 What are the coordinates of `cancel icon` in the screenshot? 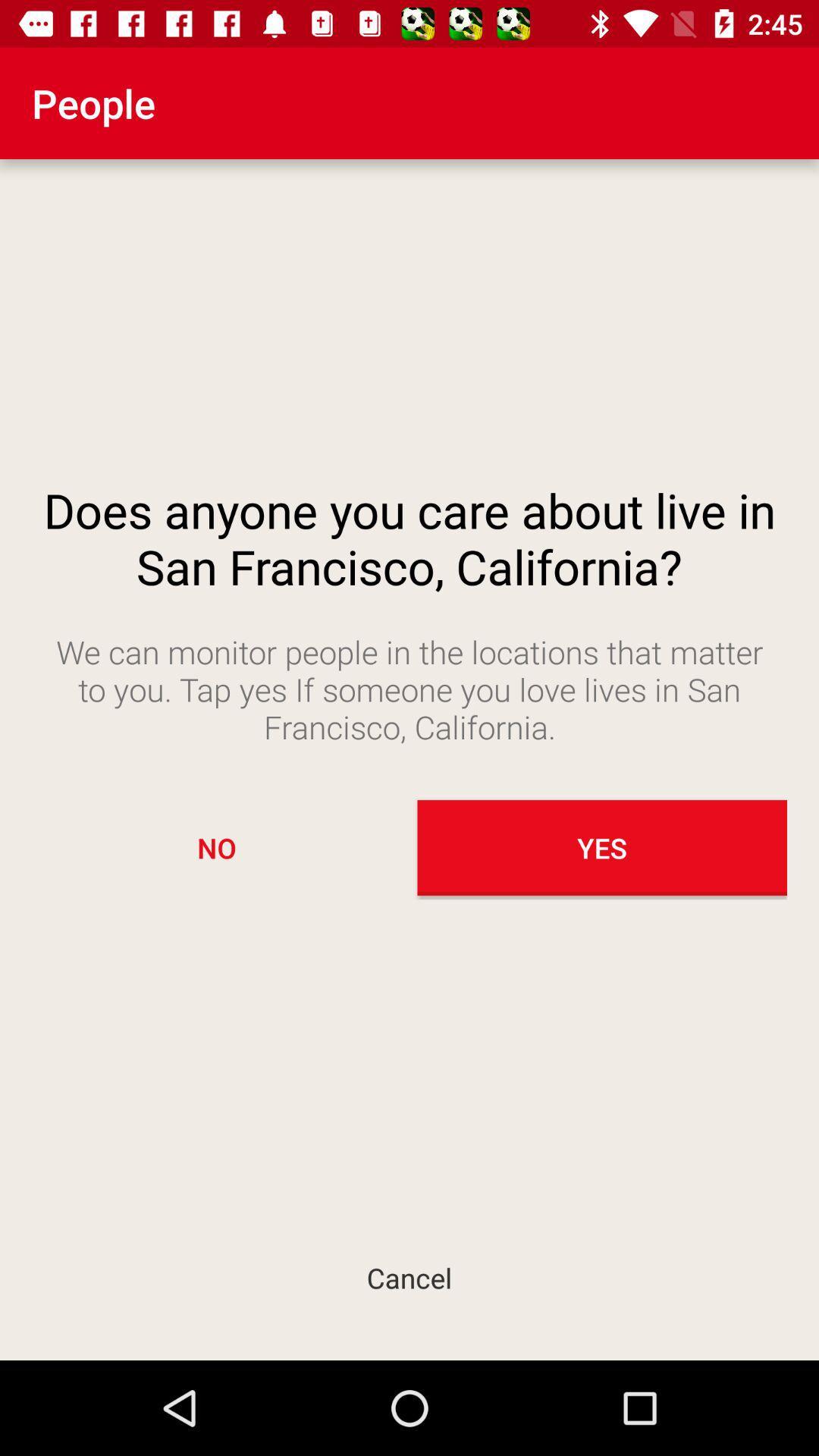 It's located at (409, 1277).